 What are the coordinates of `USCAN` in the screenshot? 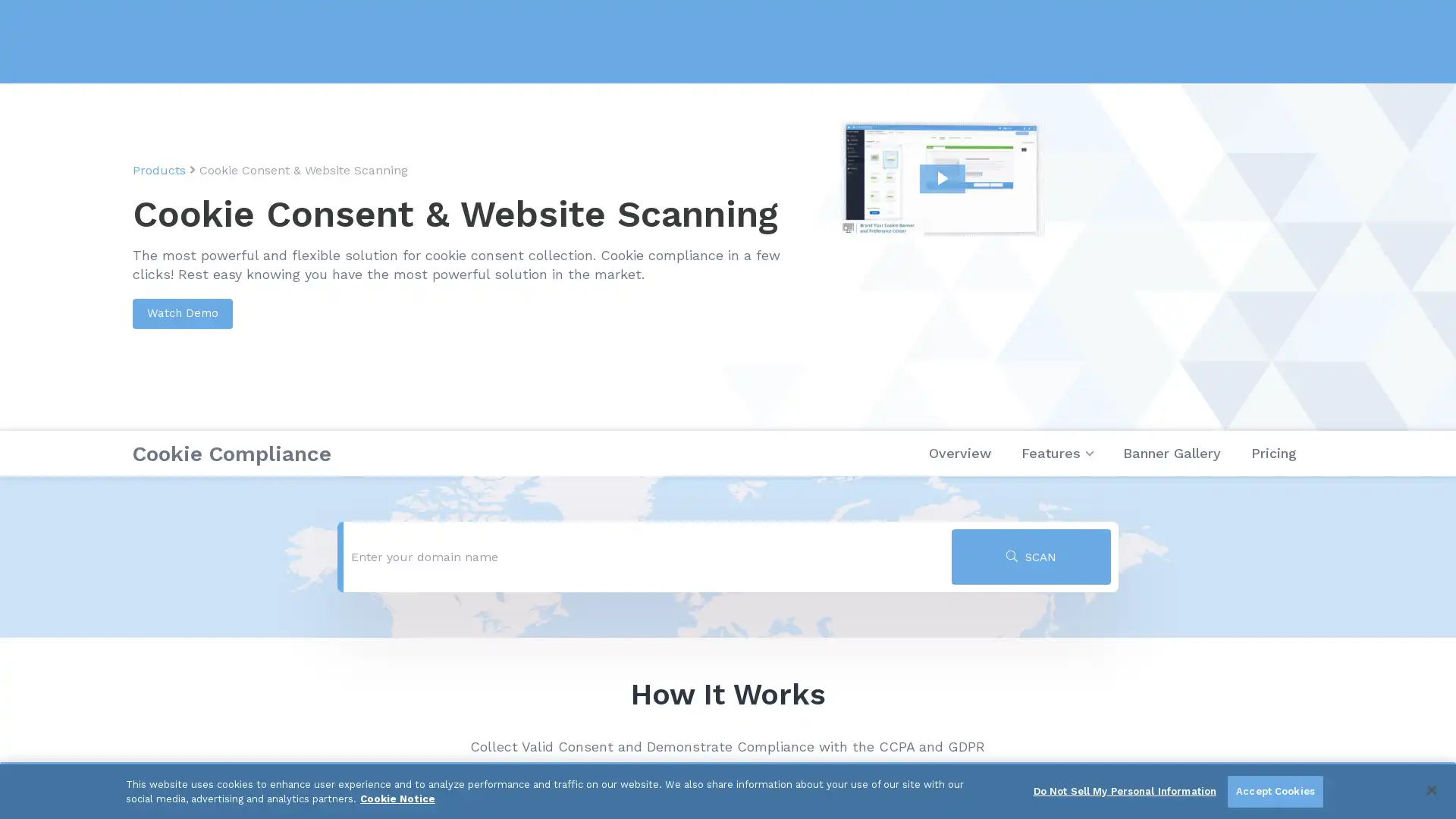 It's located at (1031, 557).